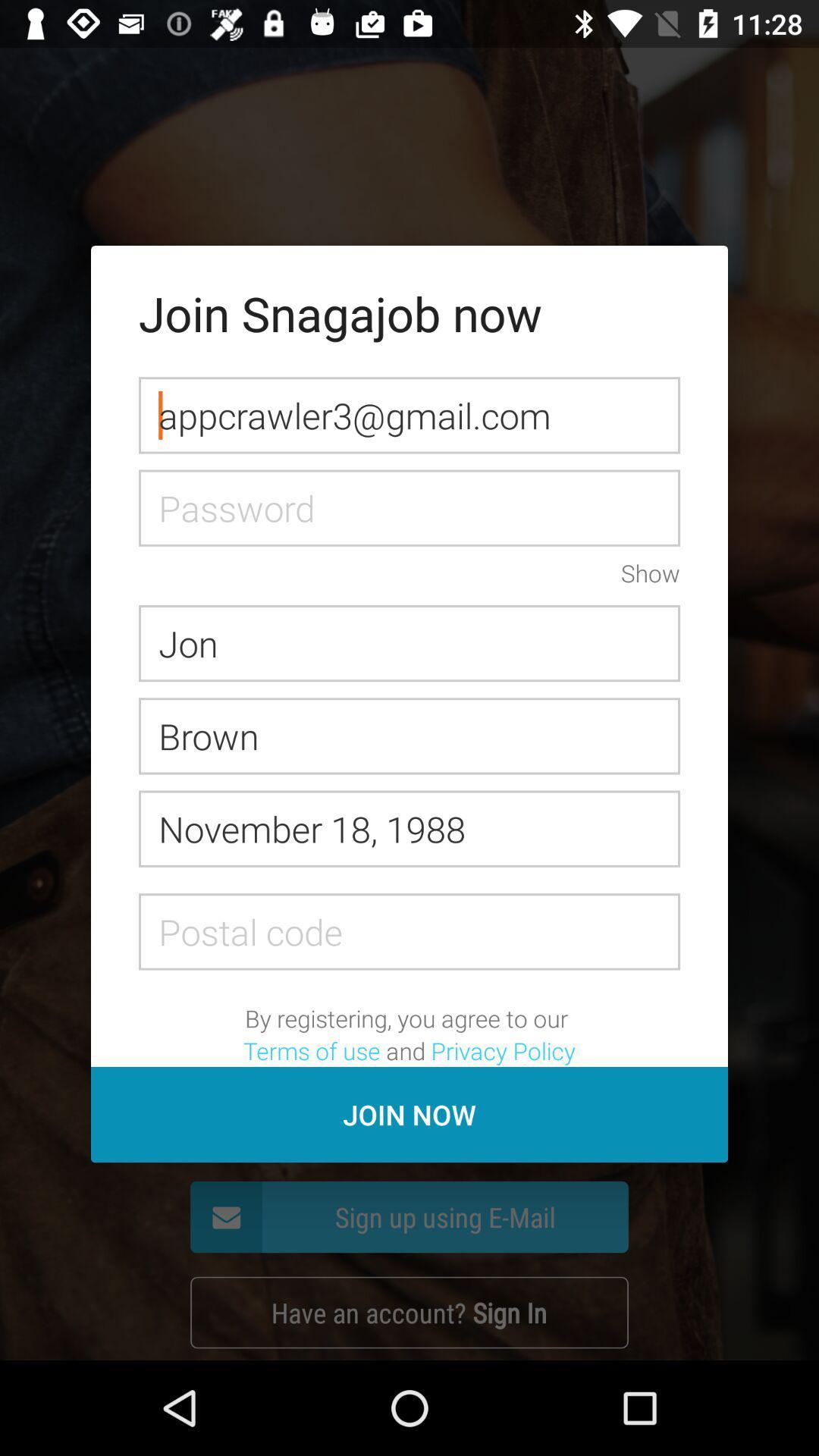 The image size is (819, 1456). Describe the element at coordinates (409, 930) in the screenshot. I see `change the mnp code mobile no` at that location.